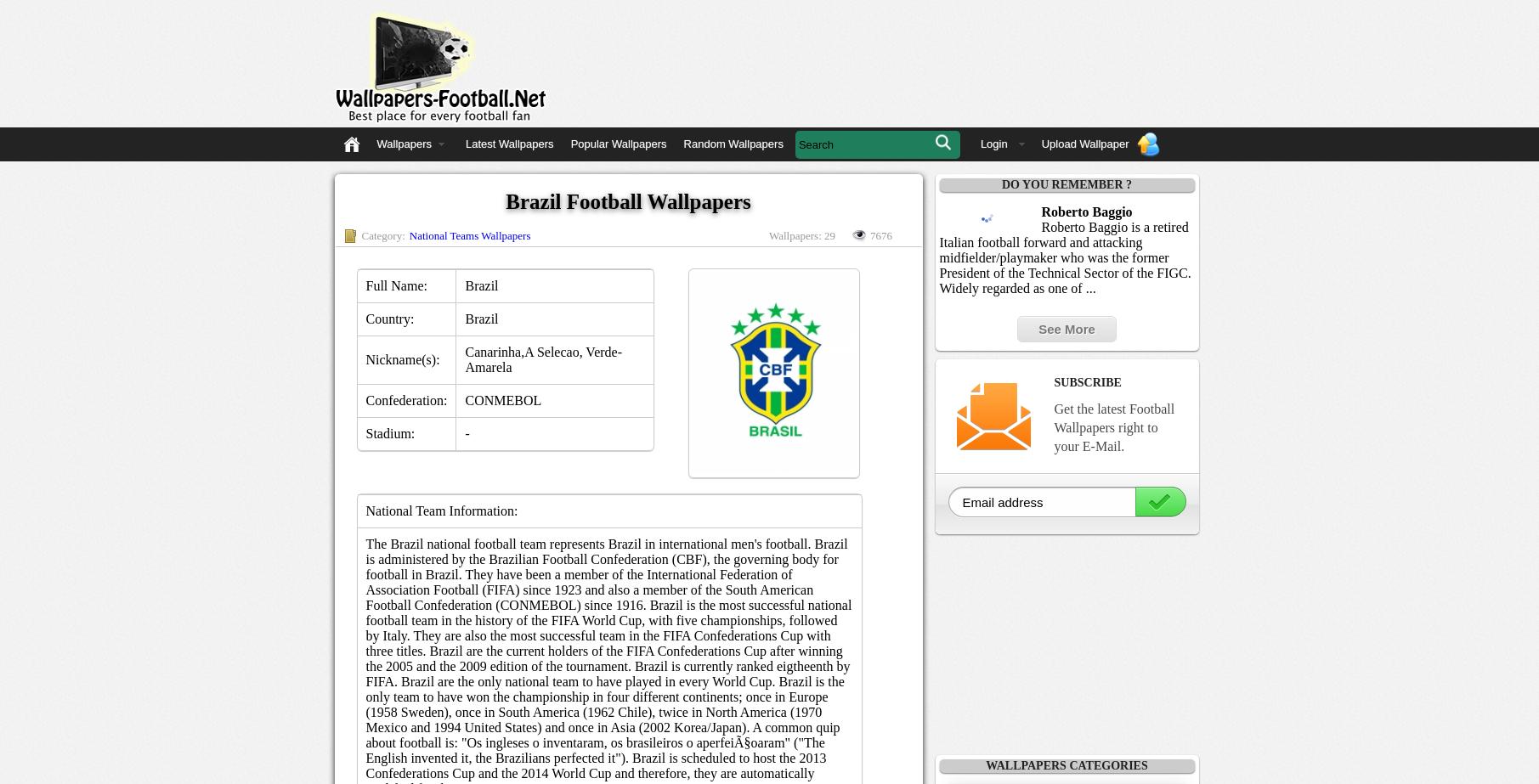  Describe the element at coordinates (465, 144) in the screenshot. I see `'Latest Wallpapers'` at that location.